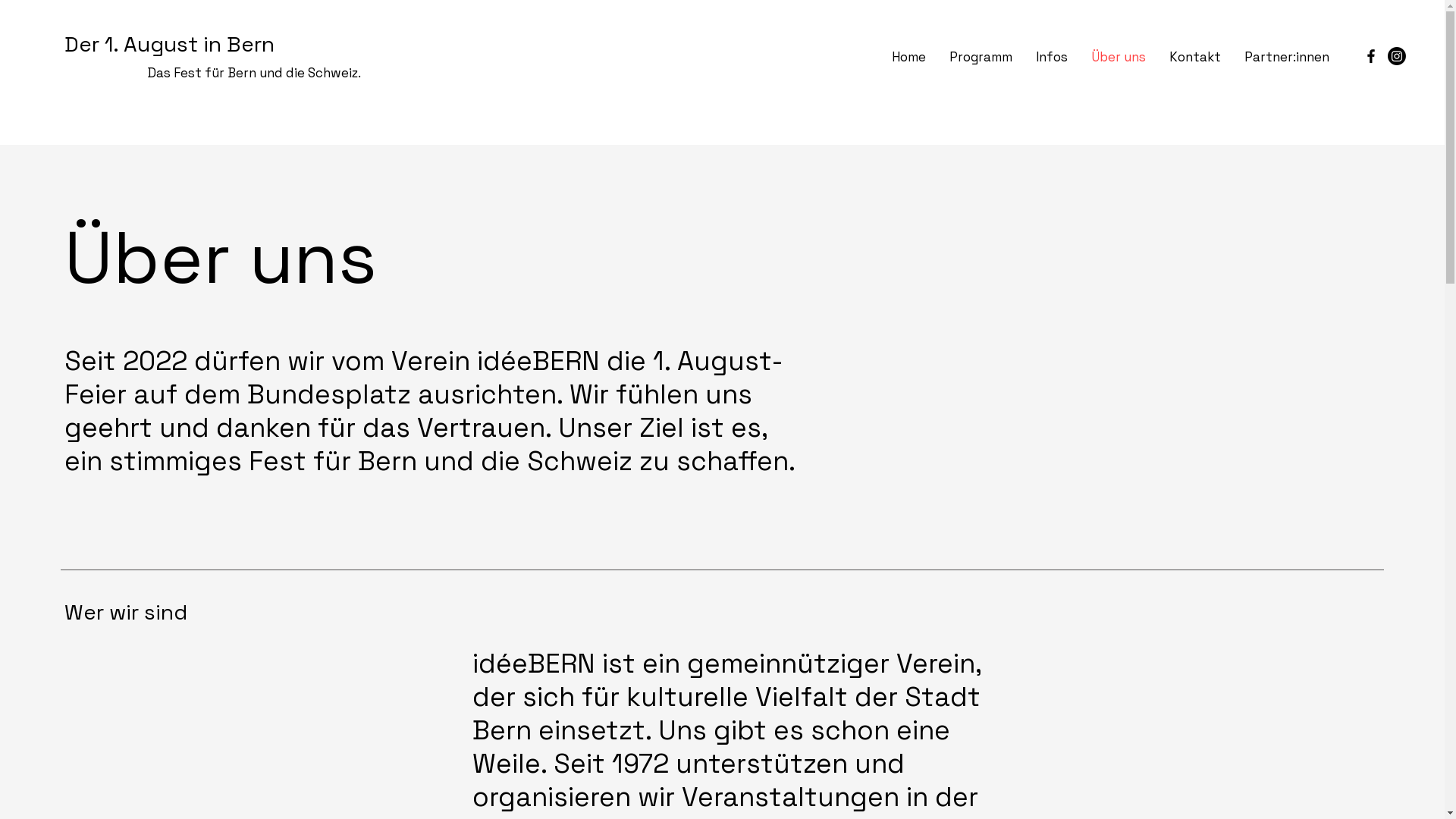 Image resolution: width=1456 pixels, height=819 pixels. Describe the element at coordinates (1194, 55) in the screenshot. I see `'Kontakt'` at that location.